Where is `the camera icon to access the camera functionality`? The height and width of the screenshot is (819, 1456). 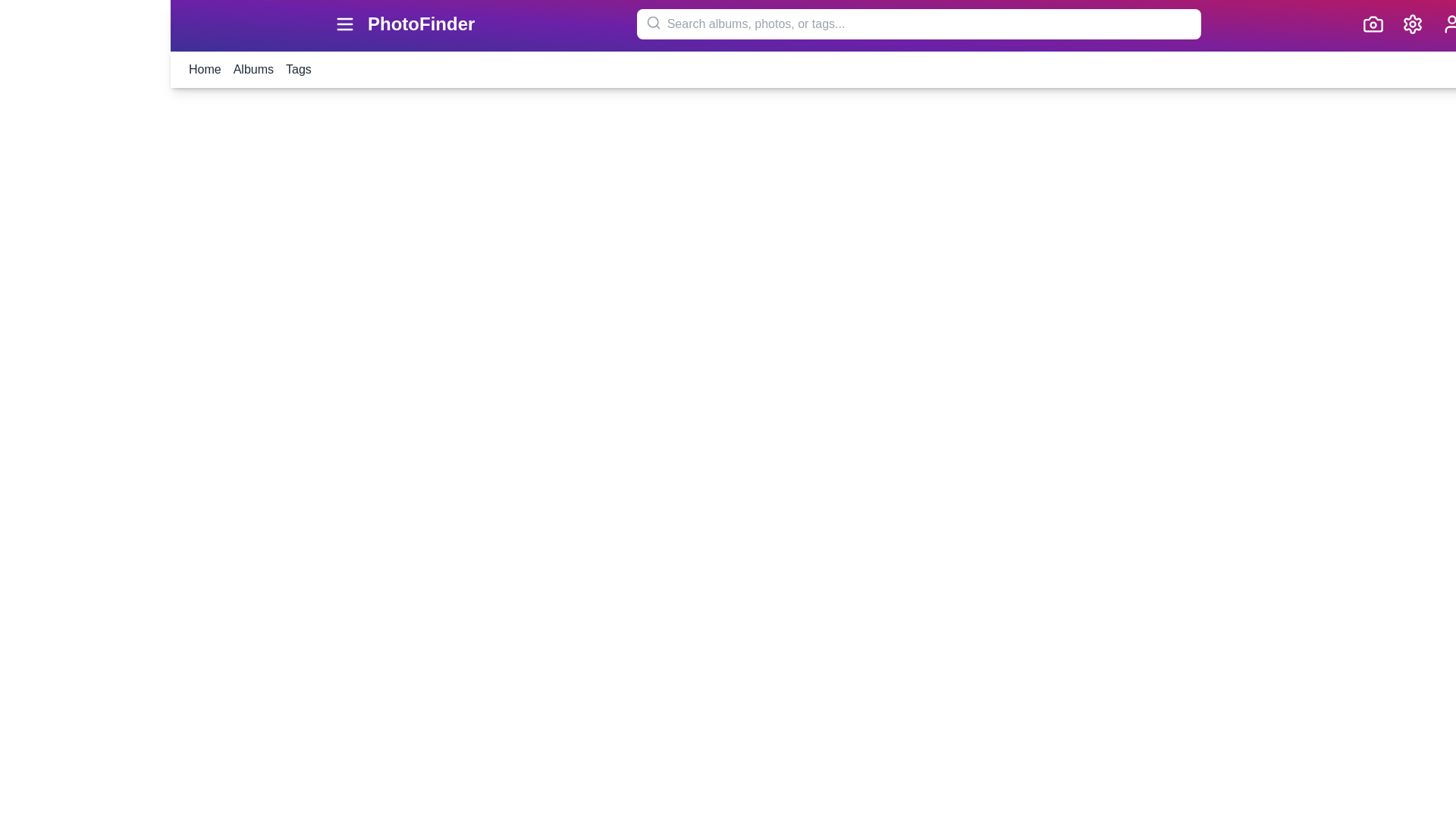
the camera icon to access the camera functionality is located at coordinates (1373, 24).